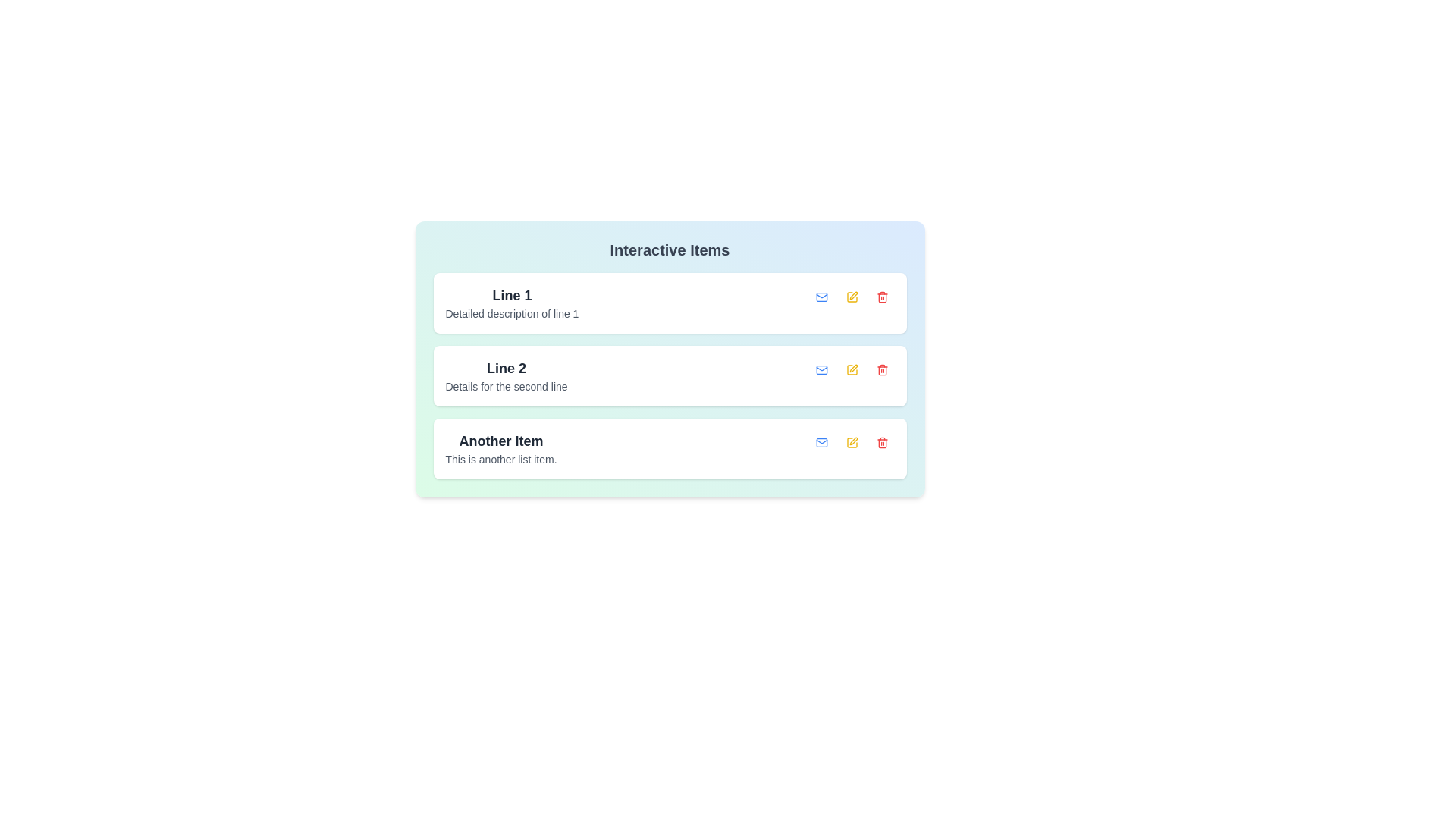 The image size is (1456, 819). What do you see at coordinates (821, 442) in the screenshot?
I see `the details button for the item titled 'Another Item'` at bounding box center [821, 442].